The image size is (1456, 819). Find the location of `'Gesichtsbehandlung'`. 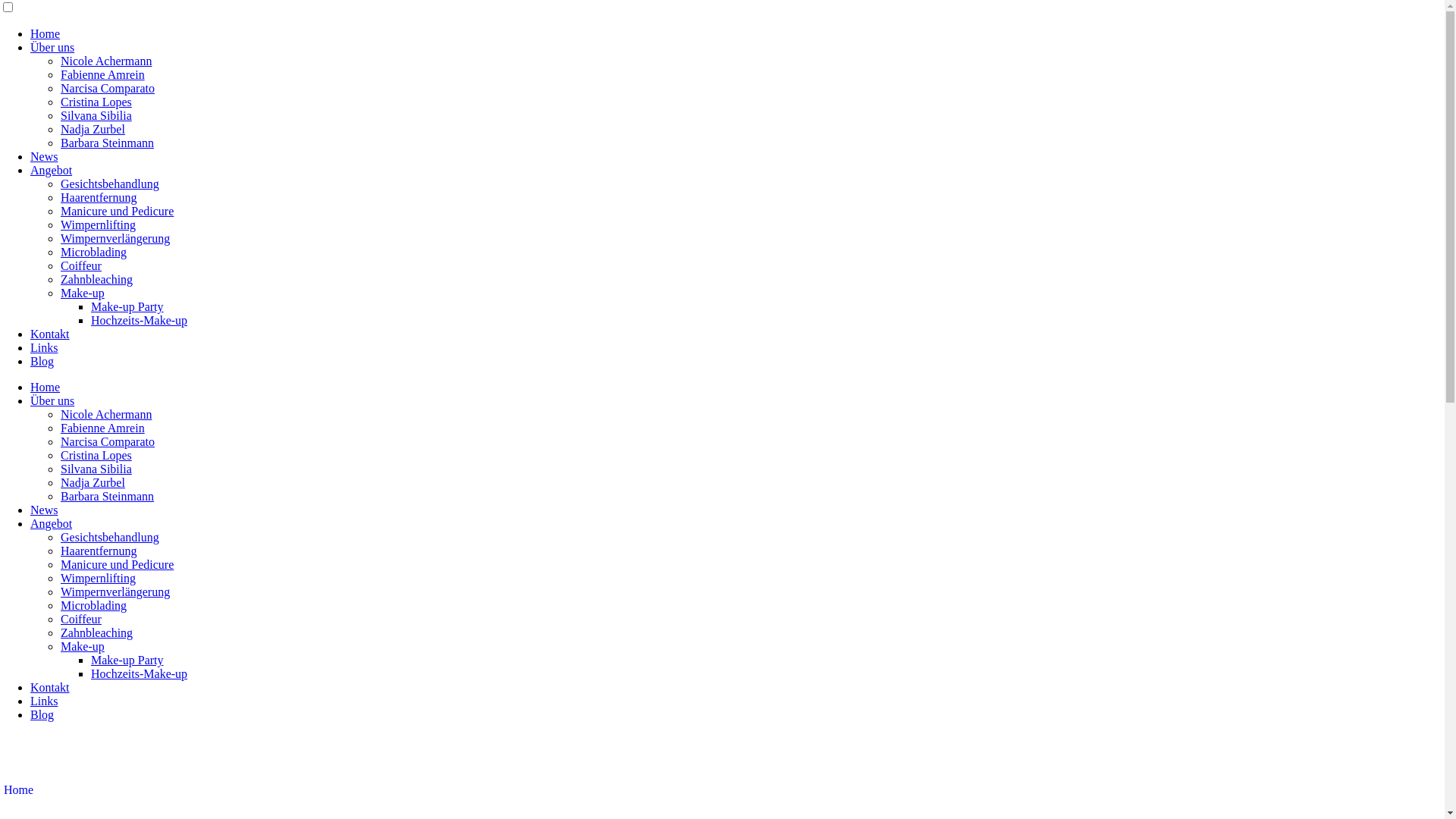

'Gesichtsbehandlung' is located at coordinates (61, 183).